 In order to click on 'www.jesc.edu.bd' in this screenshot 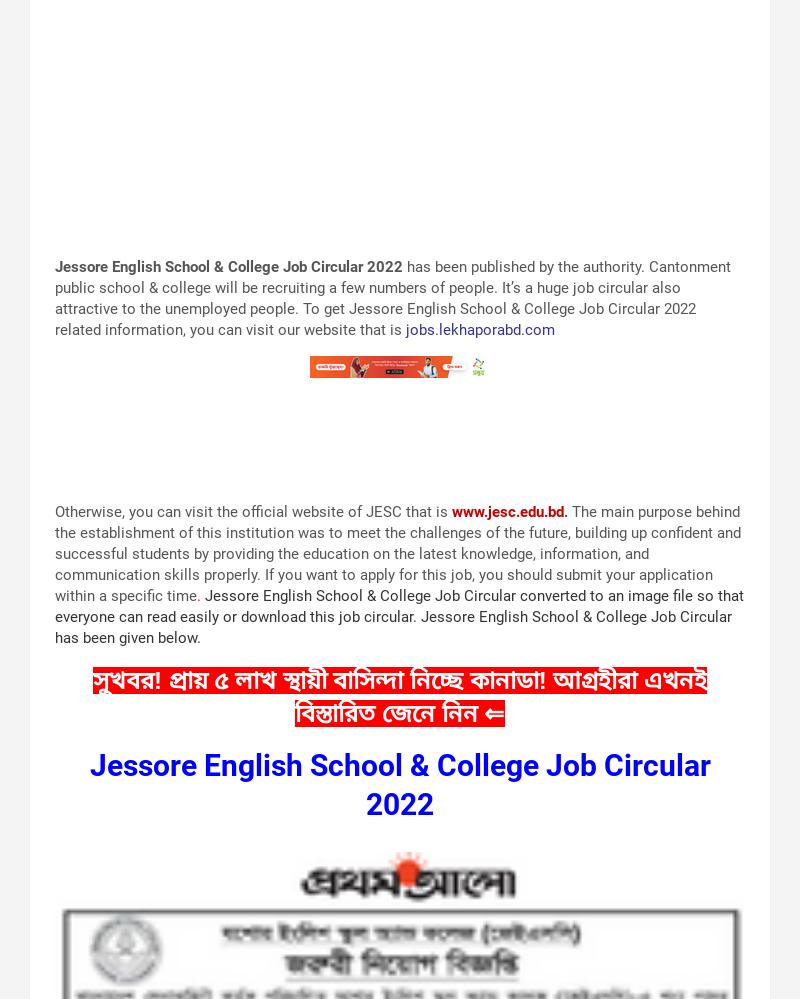, I will do `click(507, 509)`.